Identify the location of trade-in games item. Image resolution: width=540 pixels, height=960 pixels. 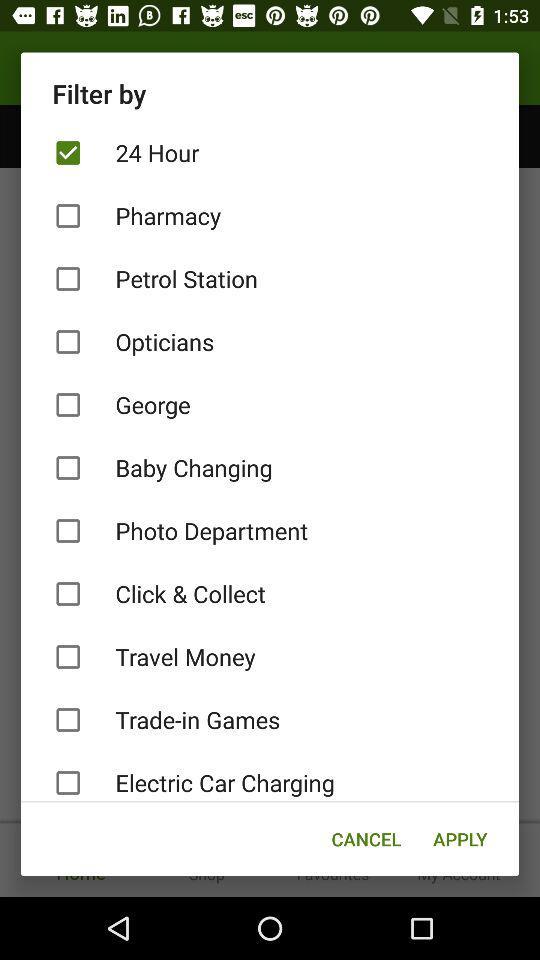
(270, 720).